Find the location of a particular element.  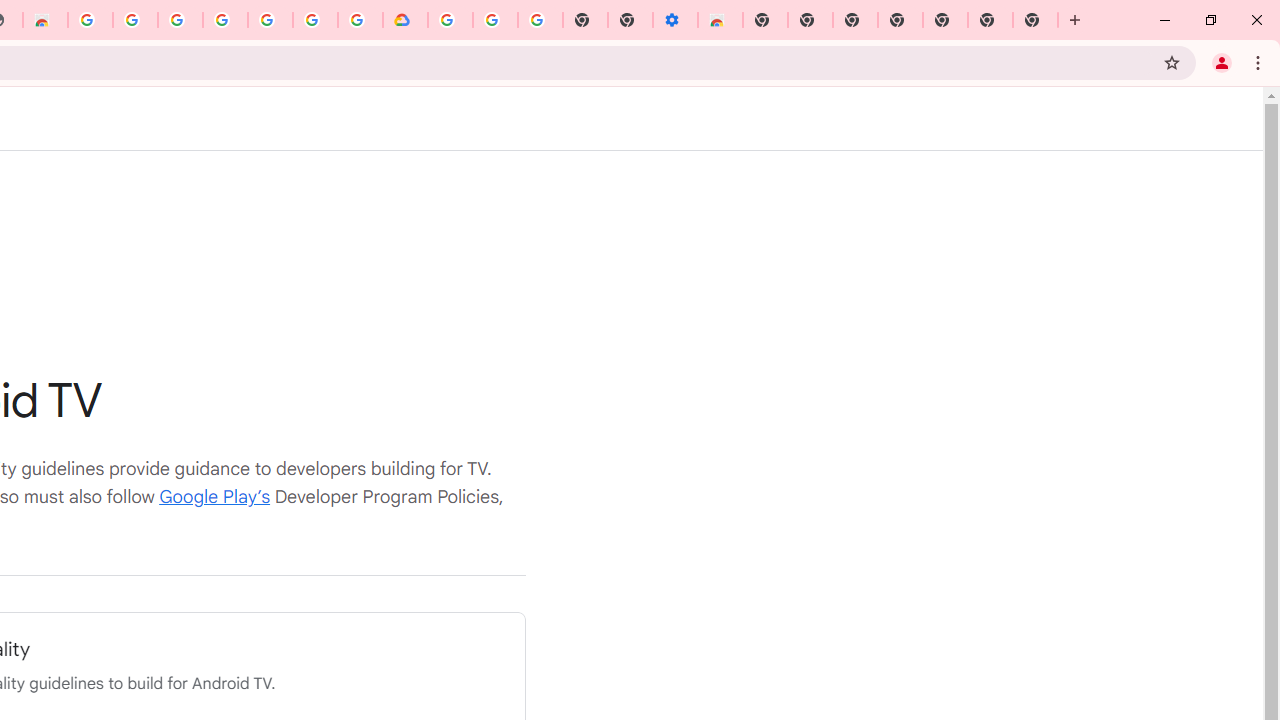

'Google Account Help' is located at coordinates (495, 20).